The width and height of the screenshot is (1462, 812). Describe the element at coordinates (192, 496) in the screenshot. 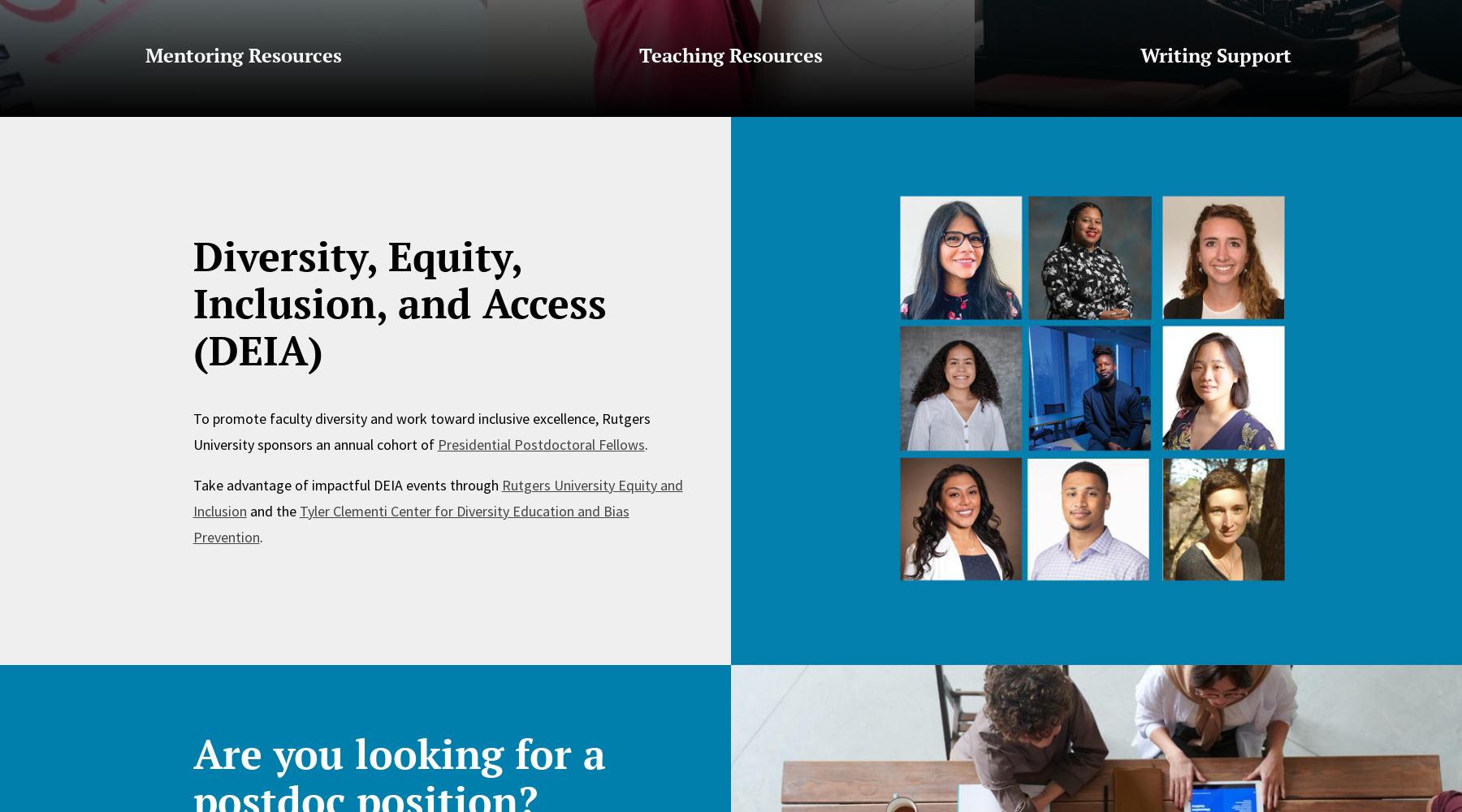

I see `'Rutgers University Equity and Inclusion'` at that location.